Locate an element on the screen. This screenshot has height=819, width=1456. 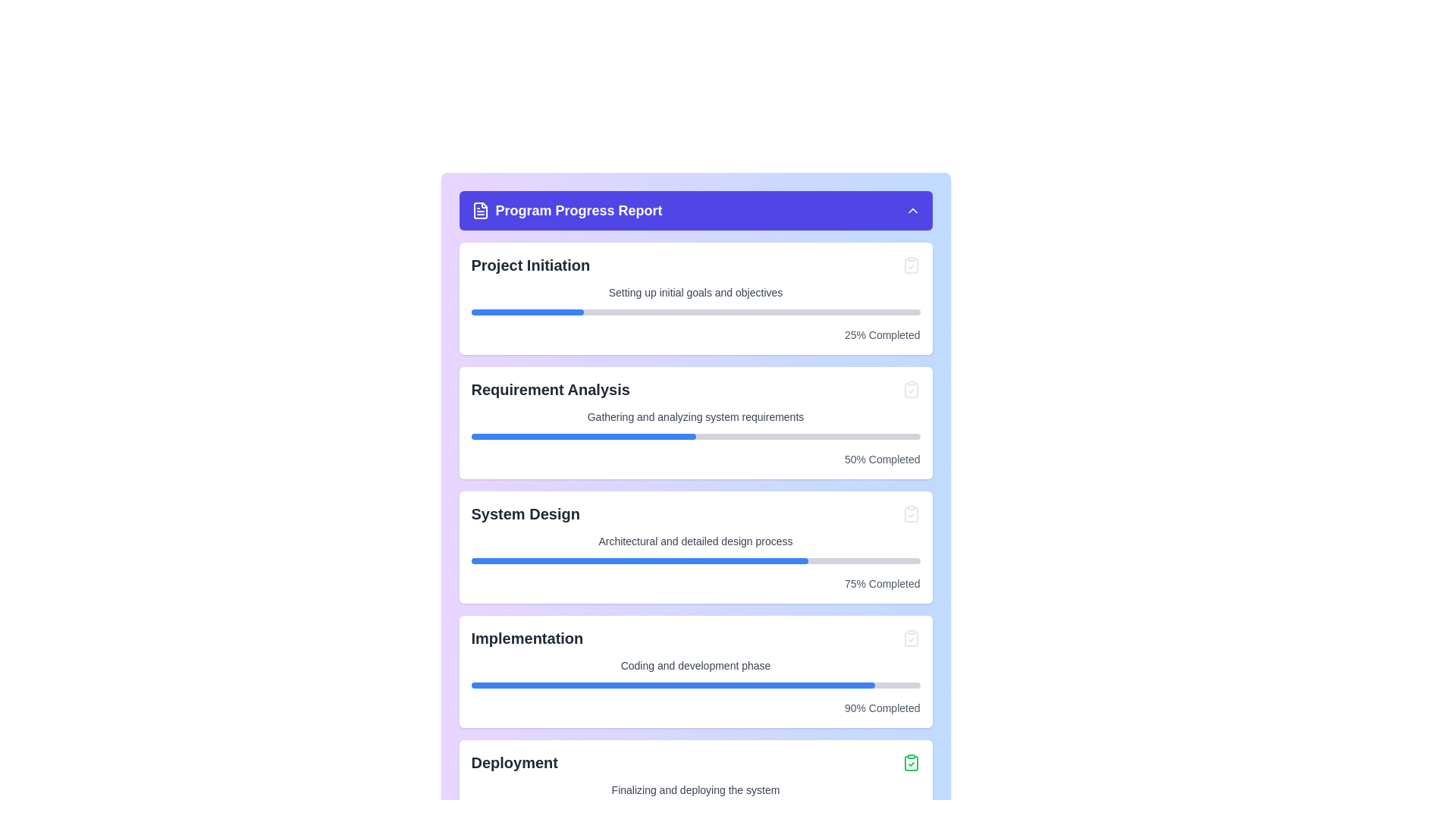
text titled 'System Design' located in the 'Program Progress Report' panel to understand the context of this section is located at coordinates (526, 513).